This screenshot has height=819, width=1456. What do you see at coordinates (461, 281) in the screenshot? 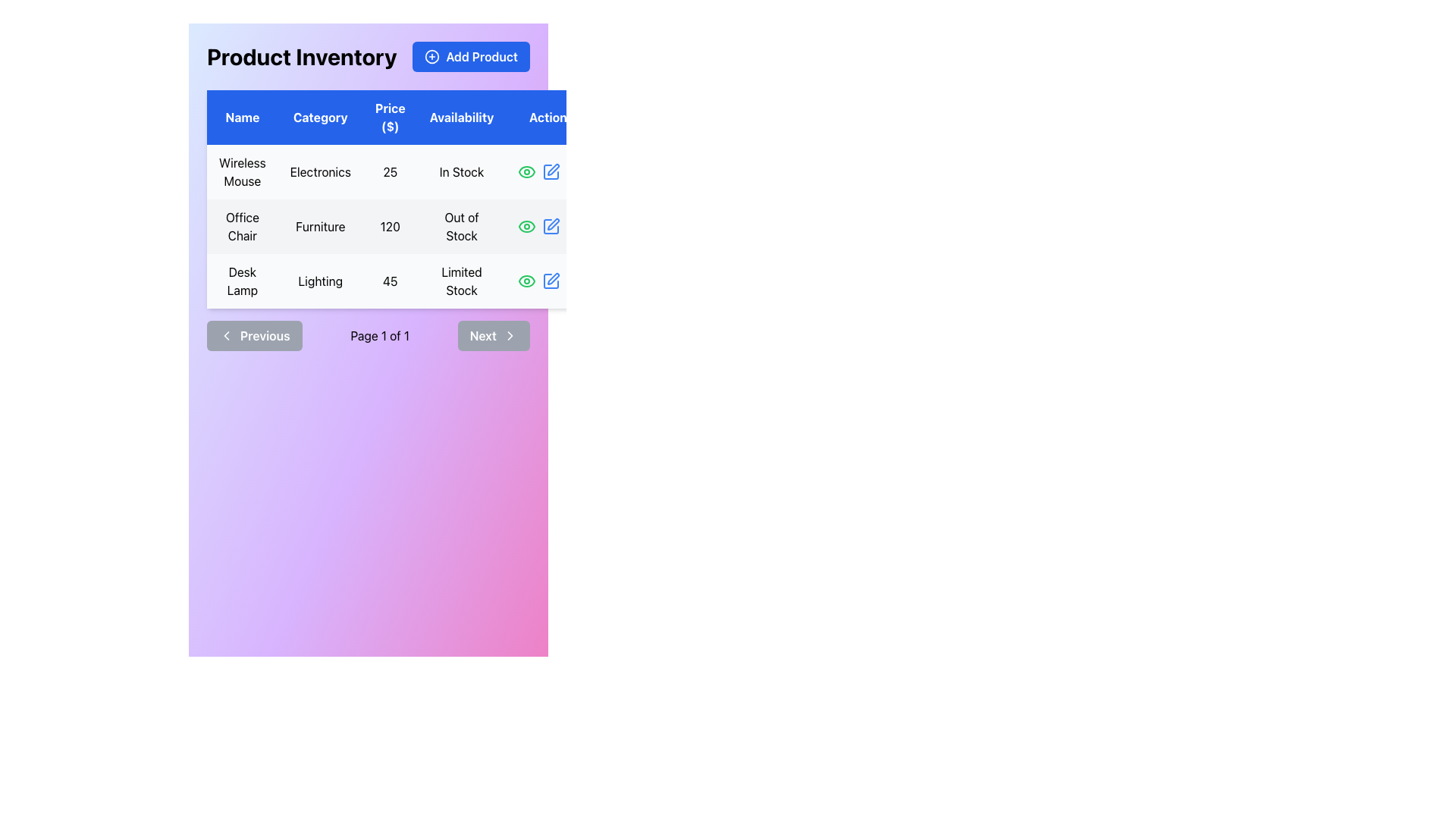
I see `the static text label indicating the availability status of an item in stock, which displays 'Limited Stock' in the third row of the inventory table` at bounding box center [461, 281].